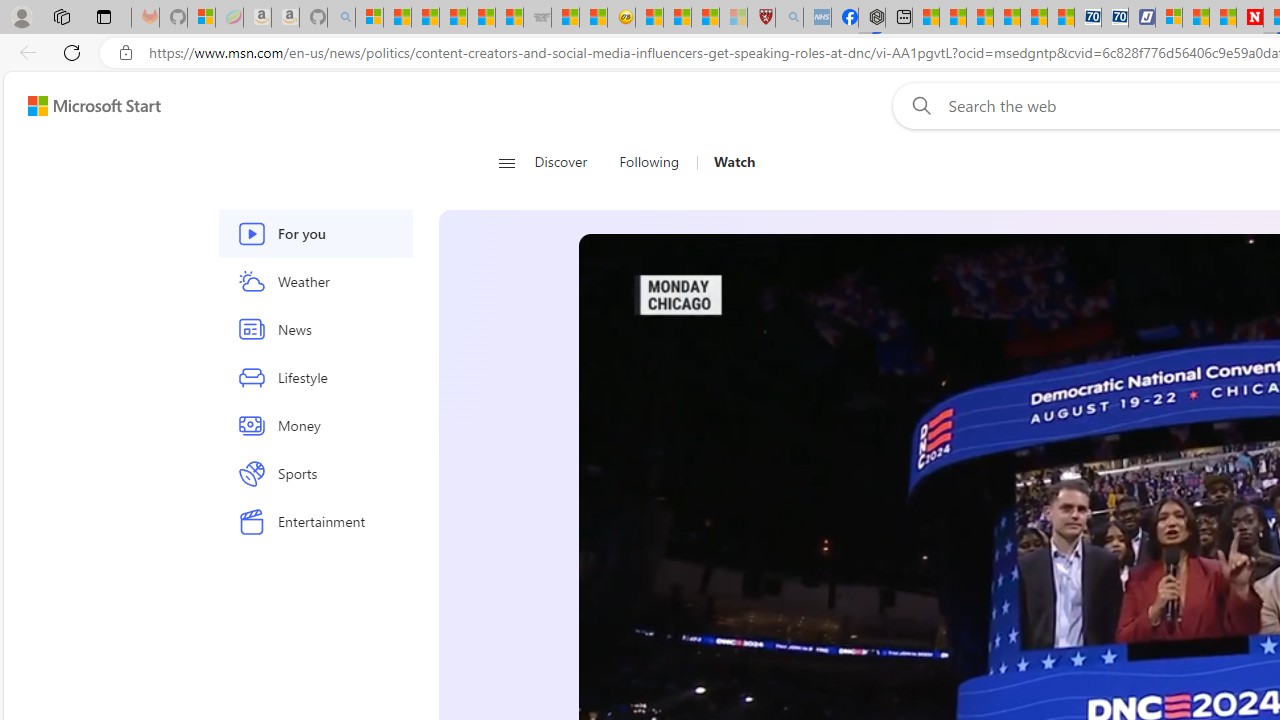 This screenshot has width=1280, height=720. I want to click on 'The Weather Channel - MSN', so click(424, 17).